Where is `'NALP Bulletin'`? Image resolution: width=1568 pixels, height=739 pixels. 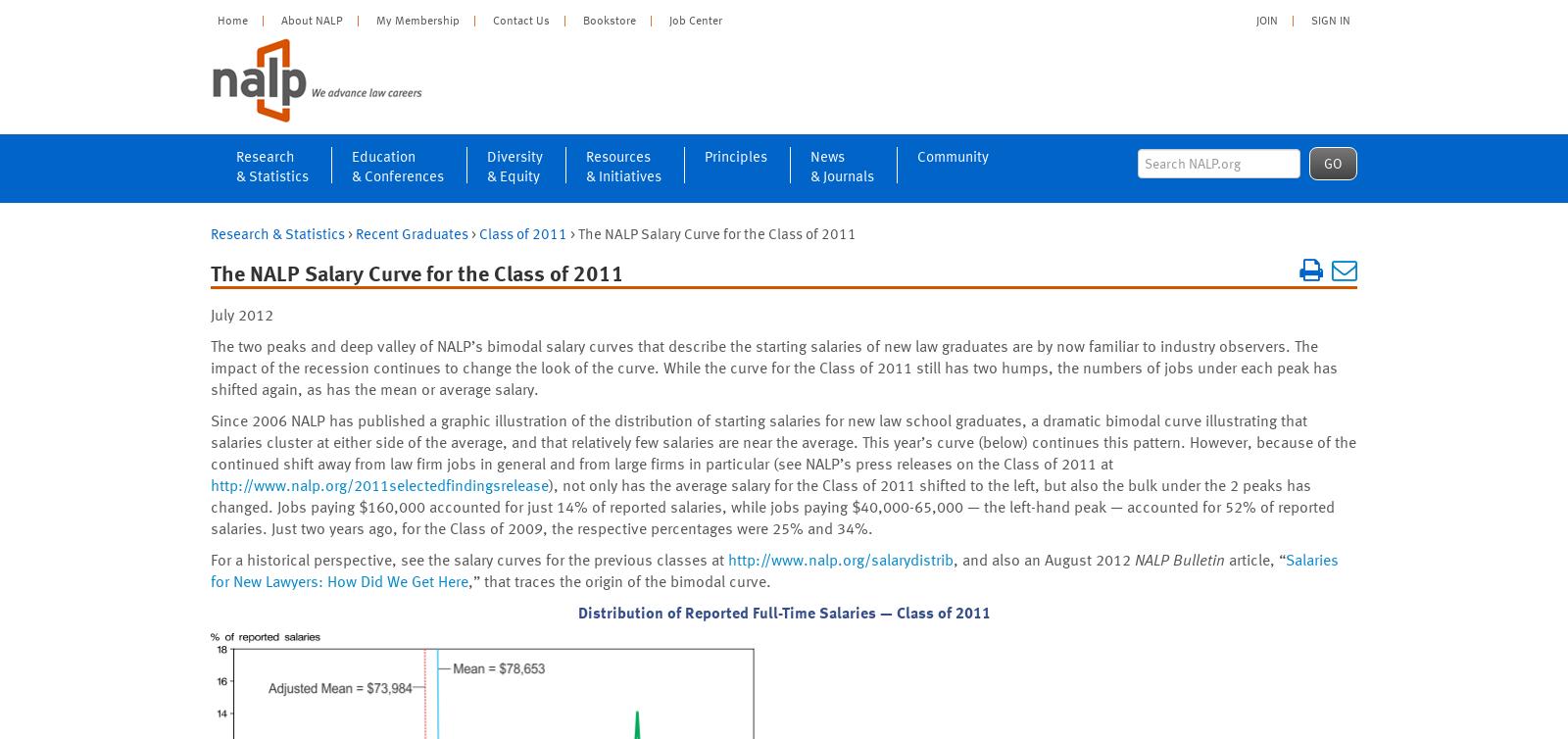 'NALP Bulletin' is located at coordinates (1179, 559).